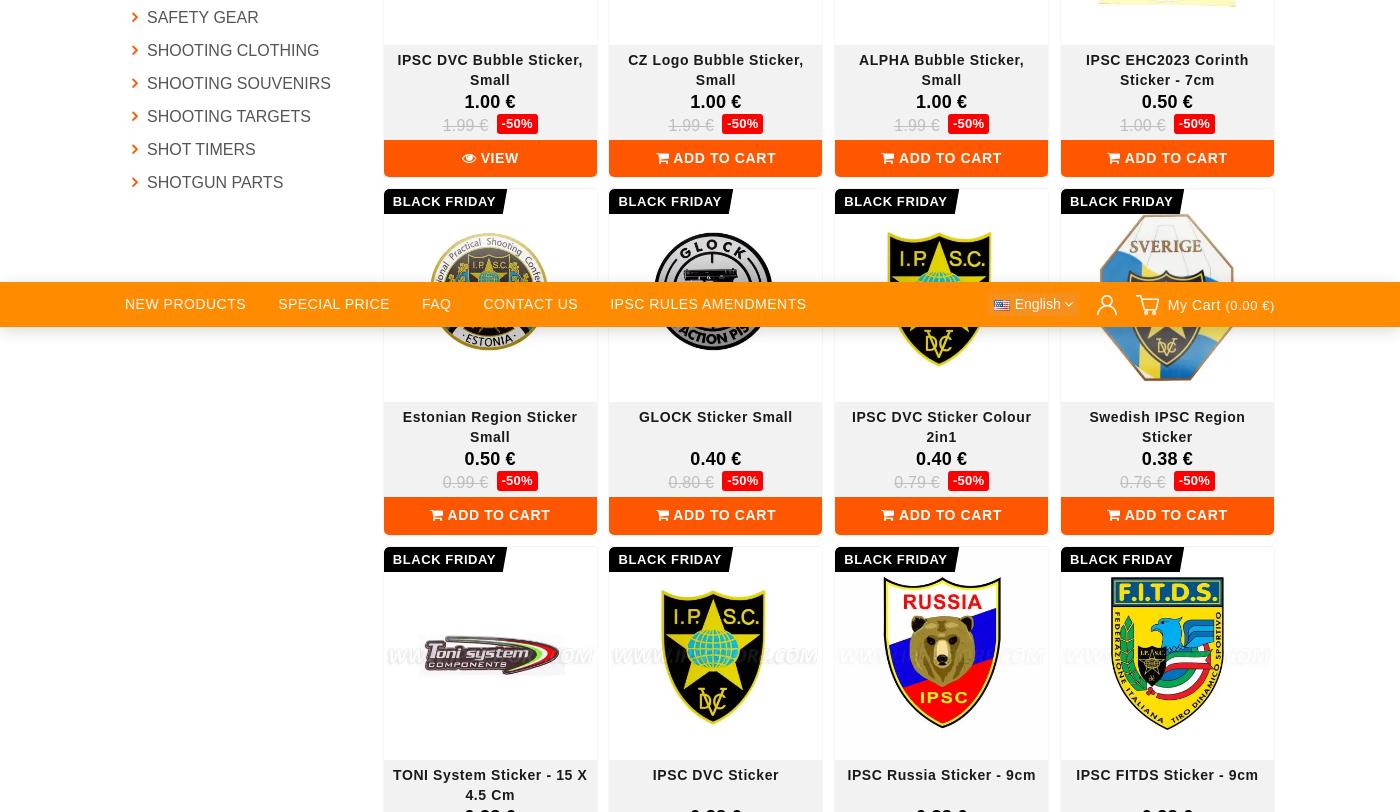 This screenshot has height=812, width=1400. I want to click on 'Payment by Credit Card', so click(441, 193).